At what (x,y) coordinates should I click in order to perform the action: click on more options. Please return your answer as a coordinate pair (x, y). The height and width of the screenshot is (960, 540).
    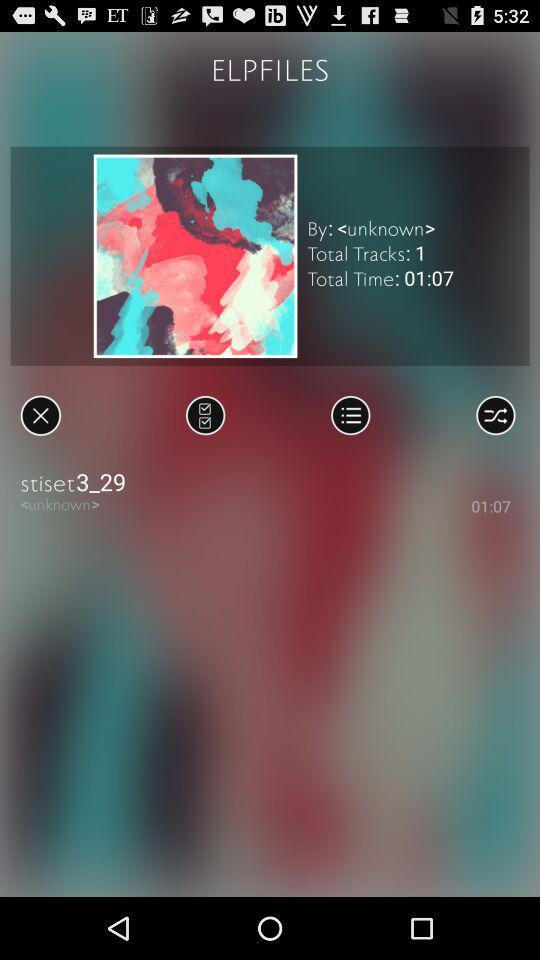
    Looking at the image, I should click on (349, 414).